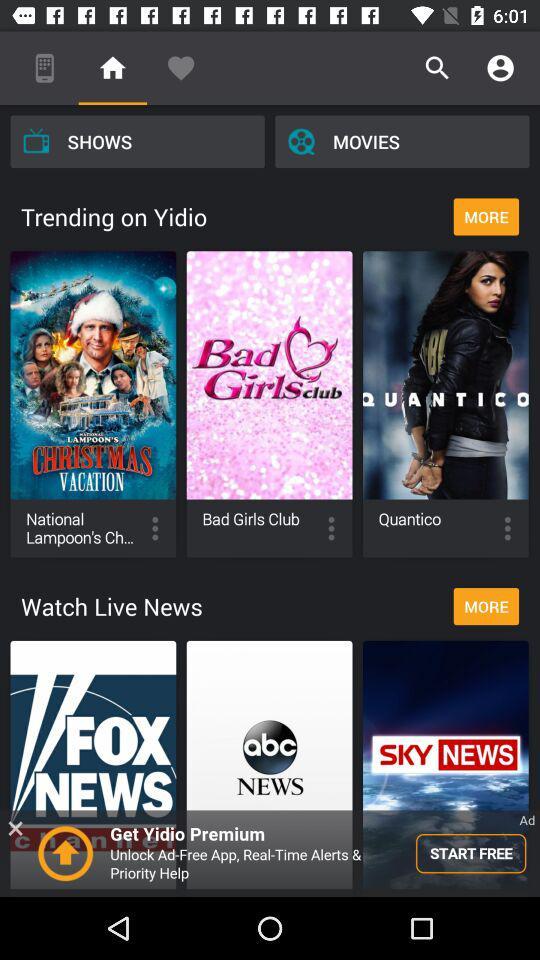 This screenshot has height=960, width=540. What do you see at coordinates (136, 140) in the screenshot?
I see `icon next to movies icon` at bounding box center [136, 140].